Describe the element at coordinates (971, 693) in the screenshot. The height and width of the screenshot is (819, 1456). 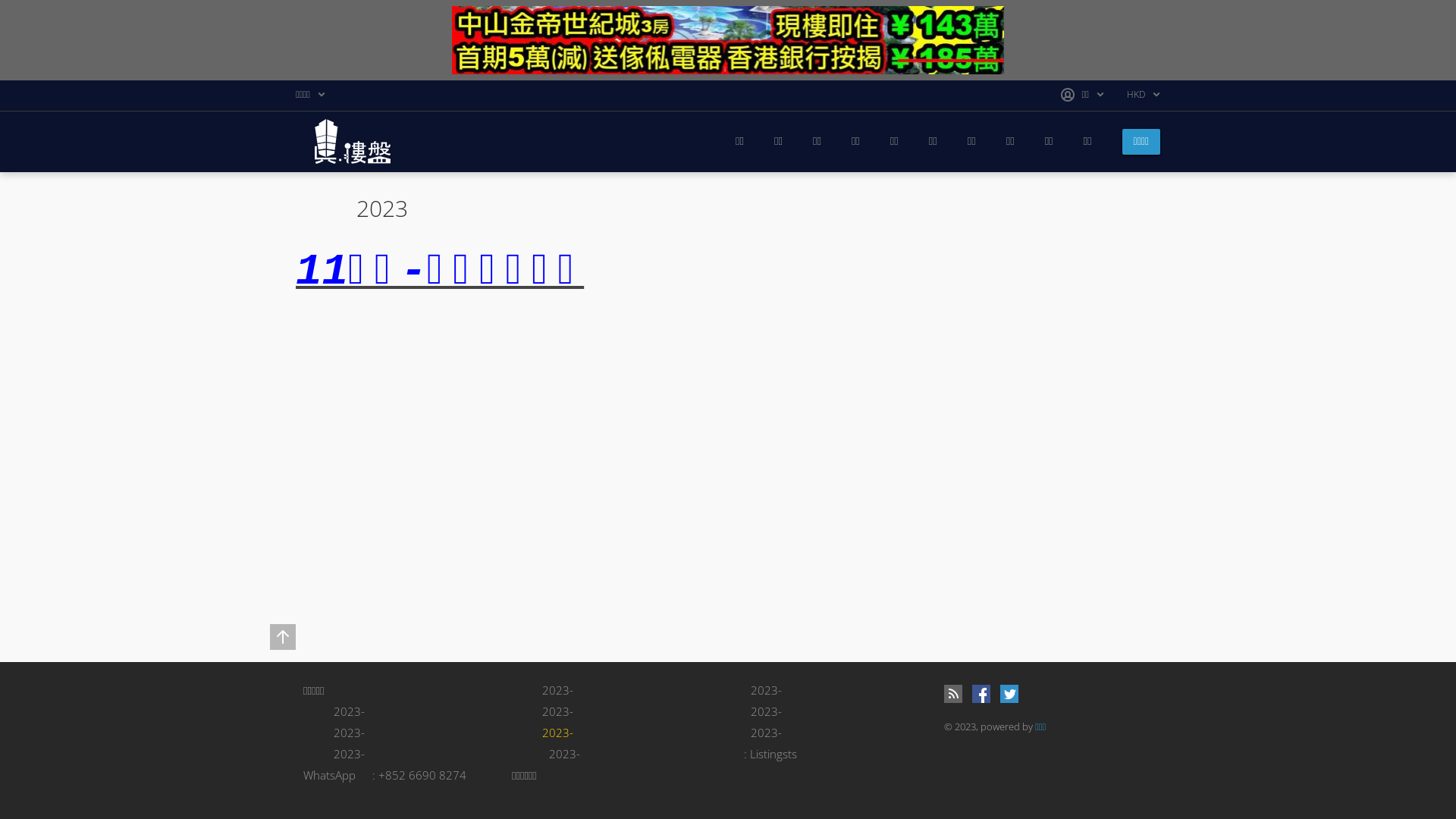
I see `'Join us on Facebook'` at that location.